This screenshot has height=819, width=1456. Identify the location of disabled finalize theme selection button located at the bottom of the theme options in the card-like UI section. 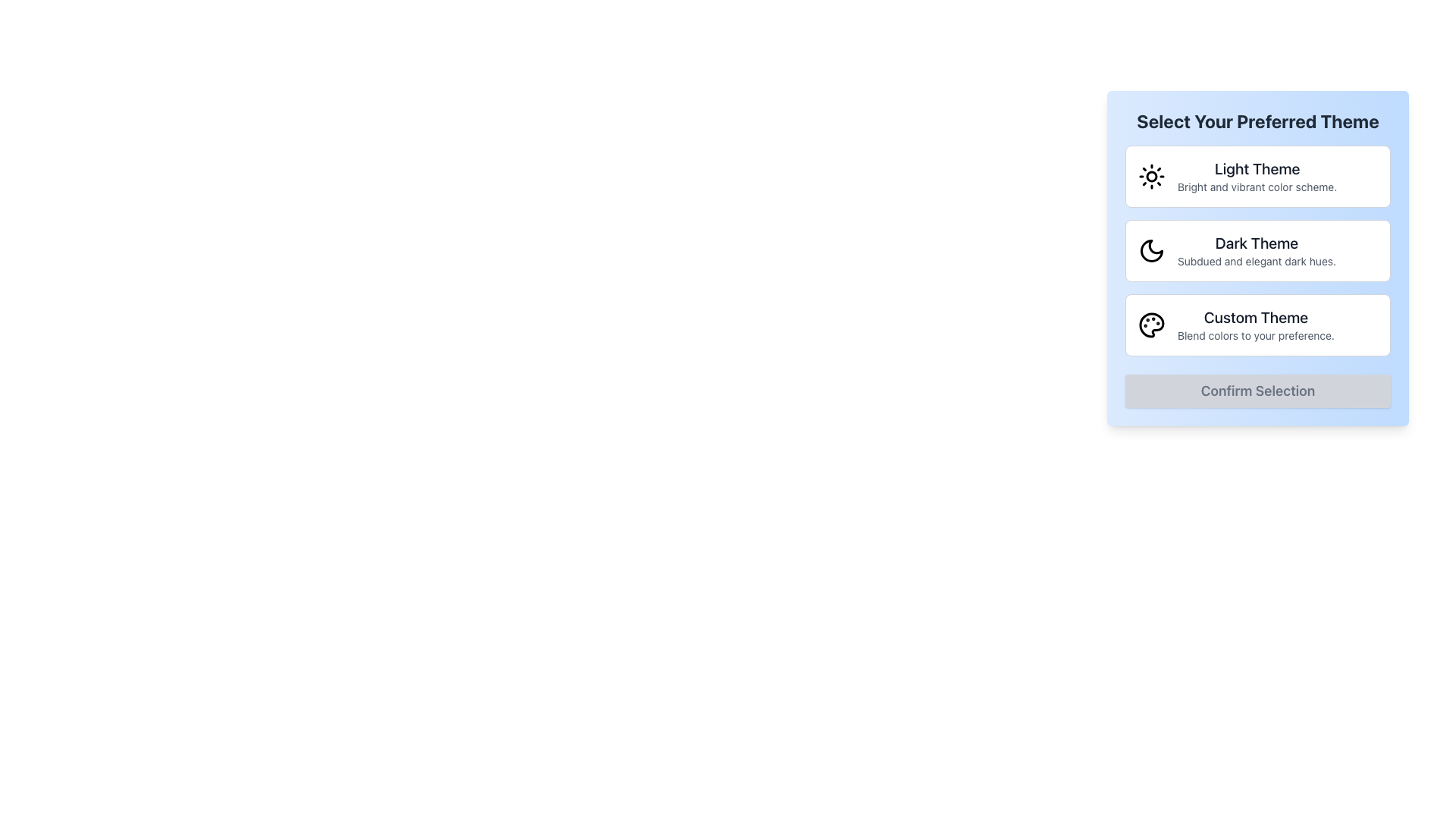
(1258, 391).